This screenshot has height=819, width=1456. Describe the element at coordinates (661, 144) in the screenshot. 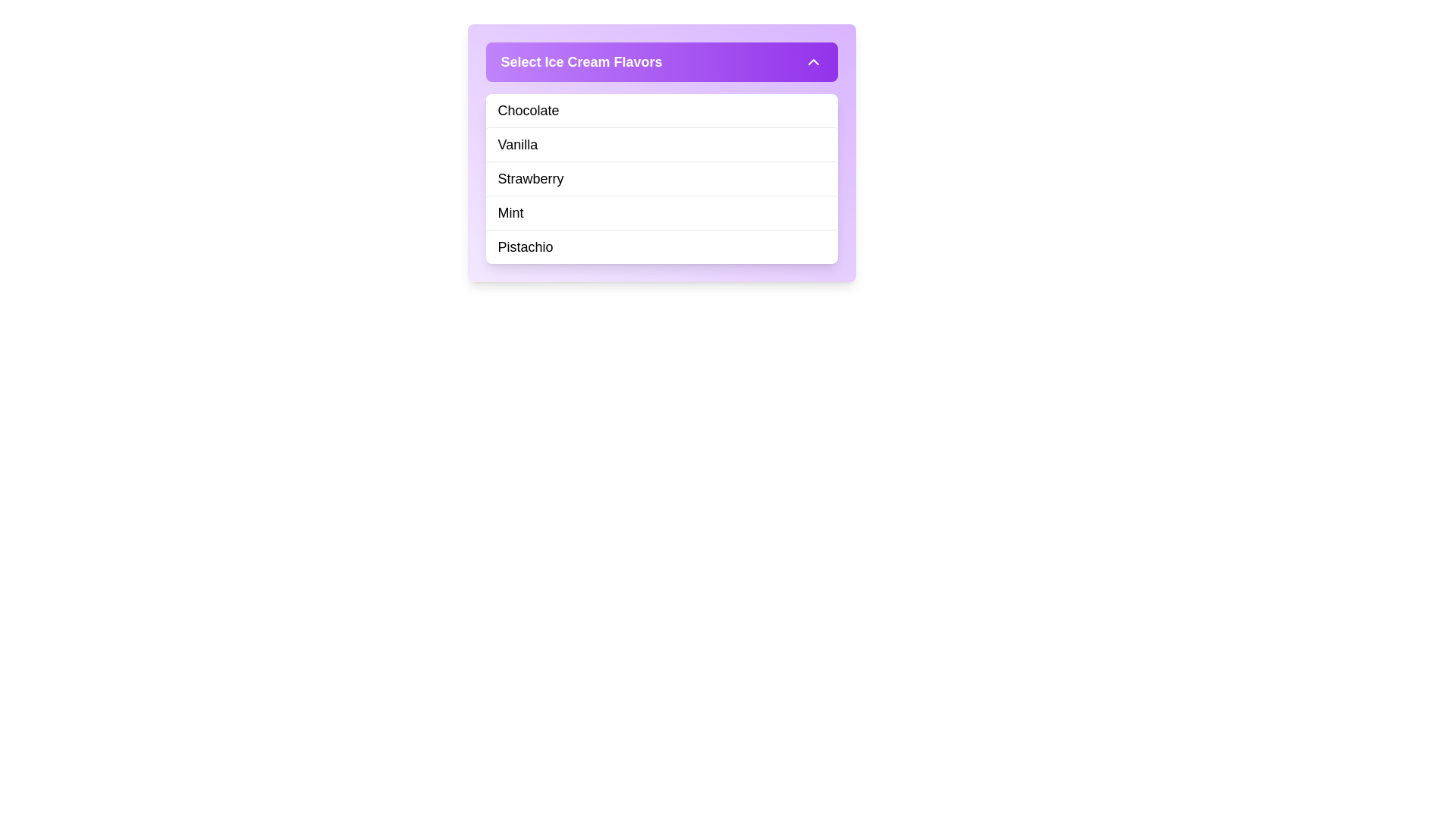

I see `the 'Vanilla' button in the dropdown menu` at that location.